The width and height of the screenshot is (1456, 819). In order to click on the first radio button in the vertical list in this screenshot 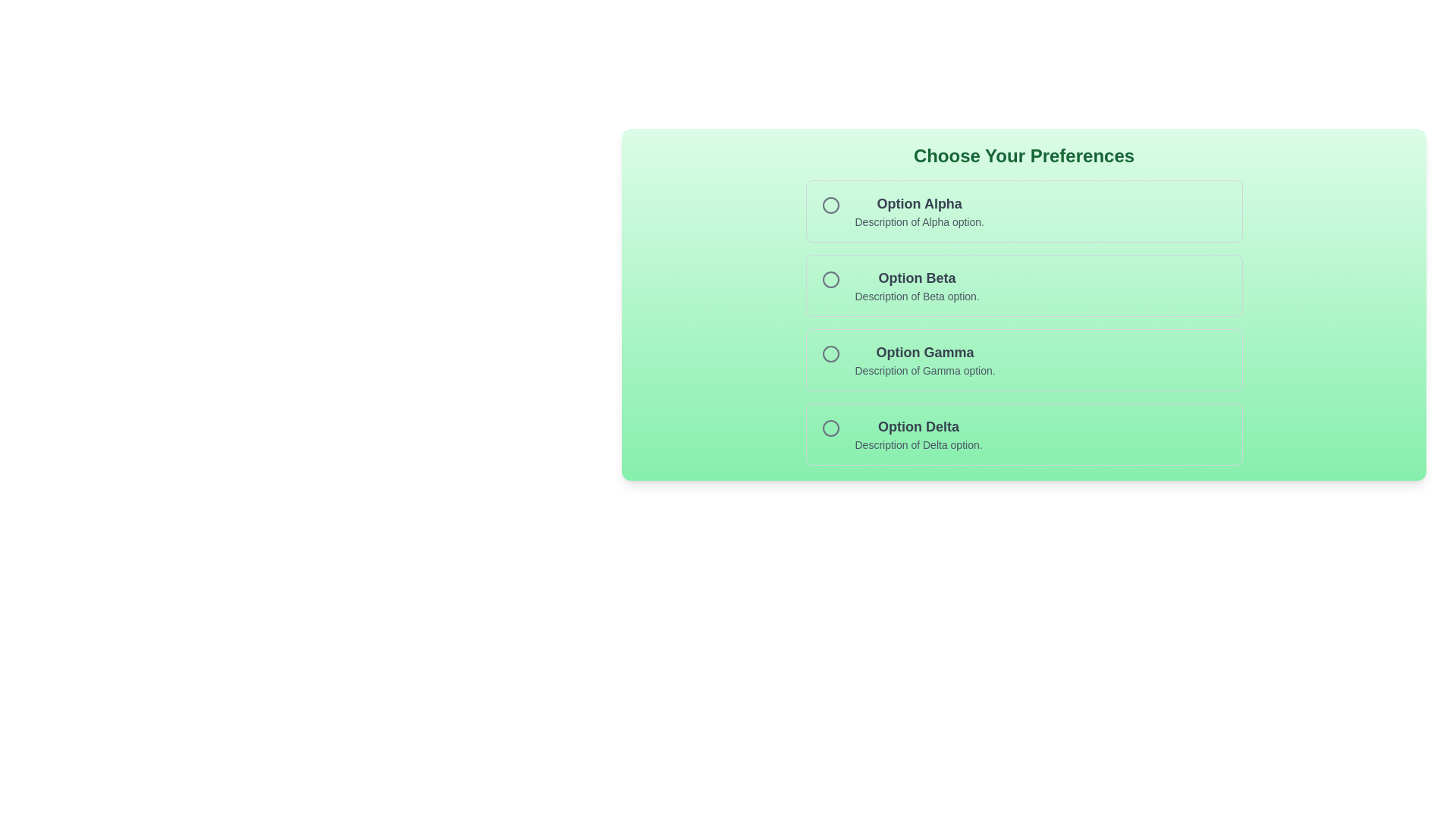, I will do `click(830, 205)`.